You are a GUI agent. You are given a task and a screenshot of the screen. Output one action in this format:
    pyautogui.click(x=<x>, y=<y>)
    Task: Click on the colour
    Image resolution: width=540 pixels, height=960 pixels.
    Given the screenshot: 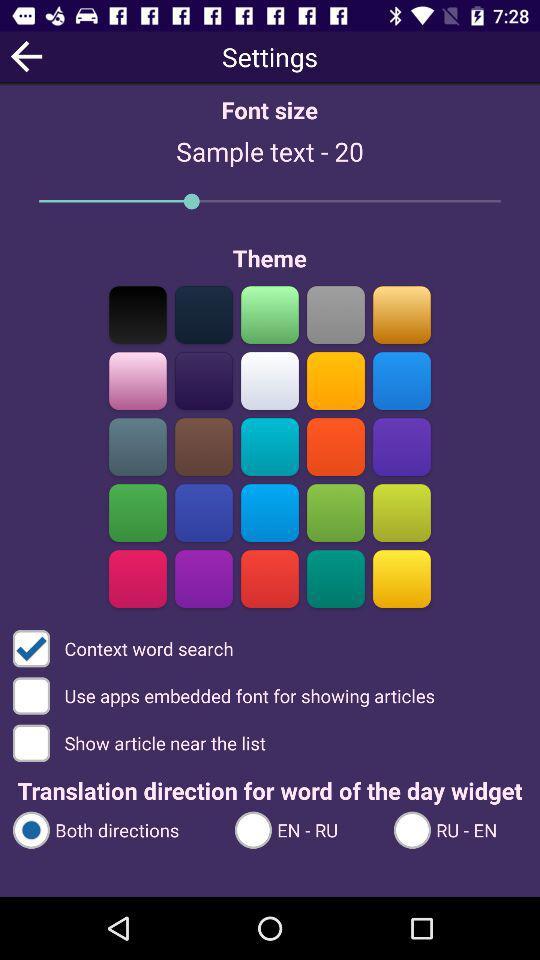 What is the action you would take?
    pyautogui.click(x=137, y=314)
    